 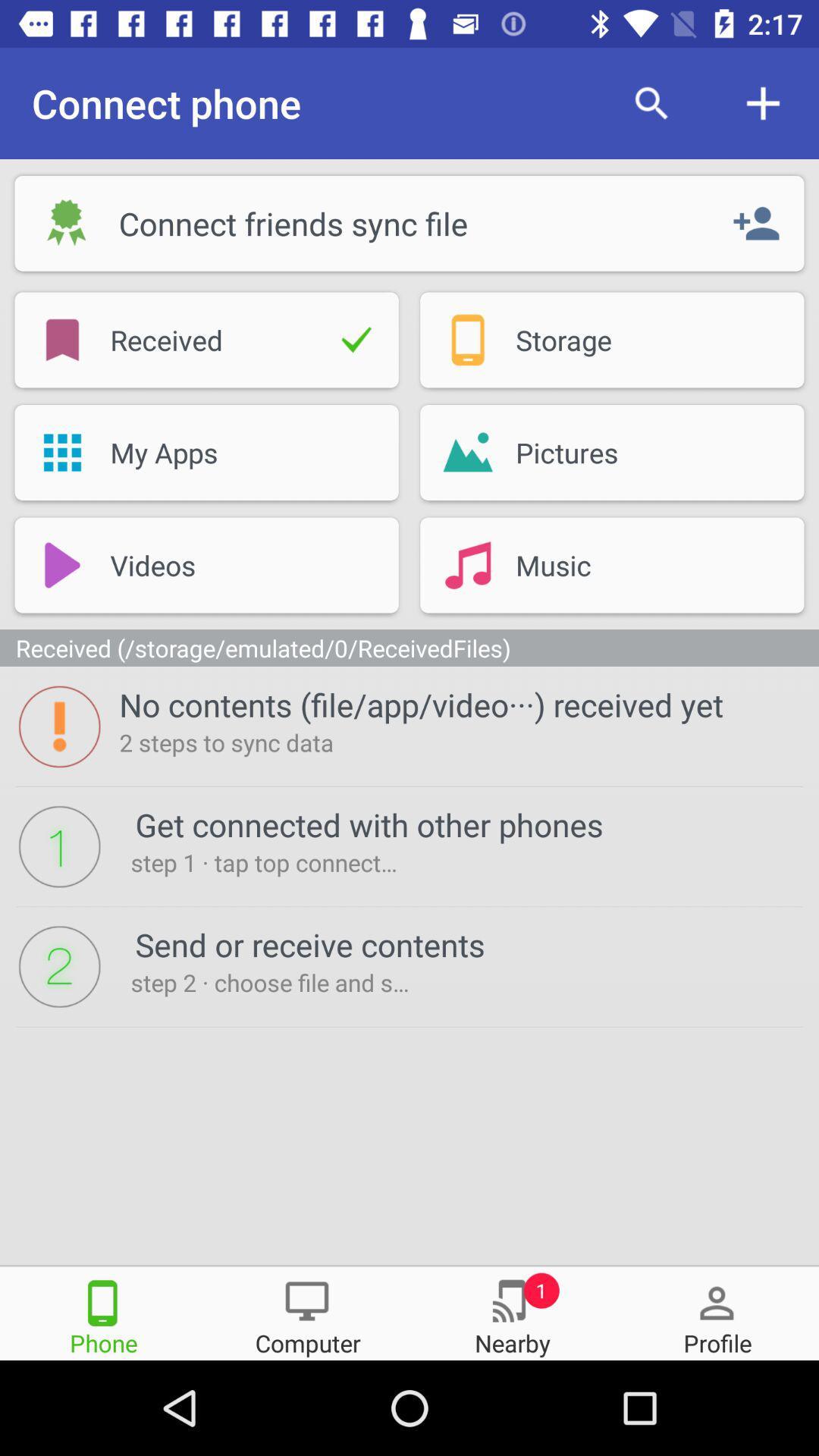 What do you see at coordinates (717, 1312) in the screenshot?
I see `the avatar icon` at bounding box center [717, 1312].